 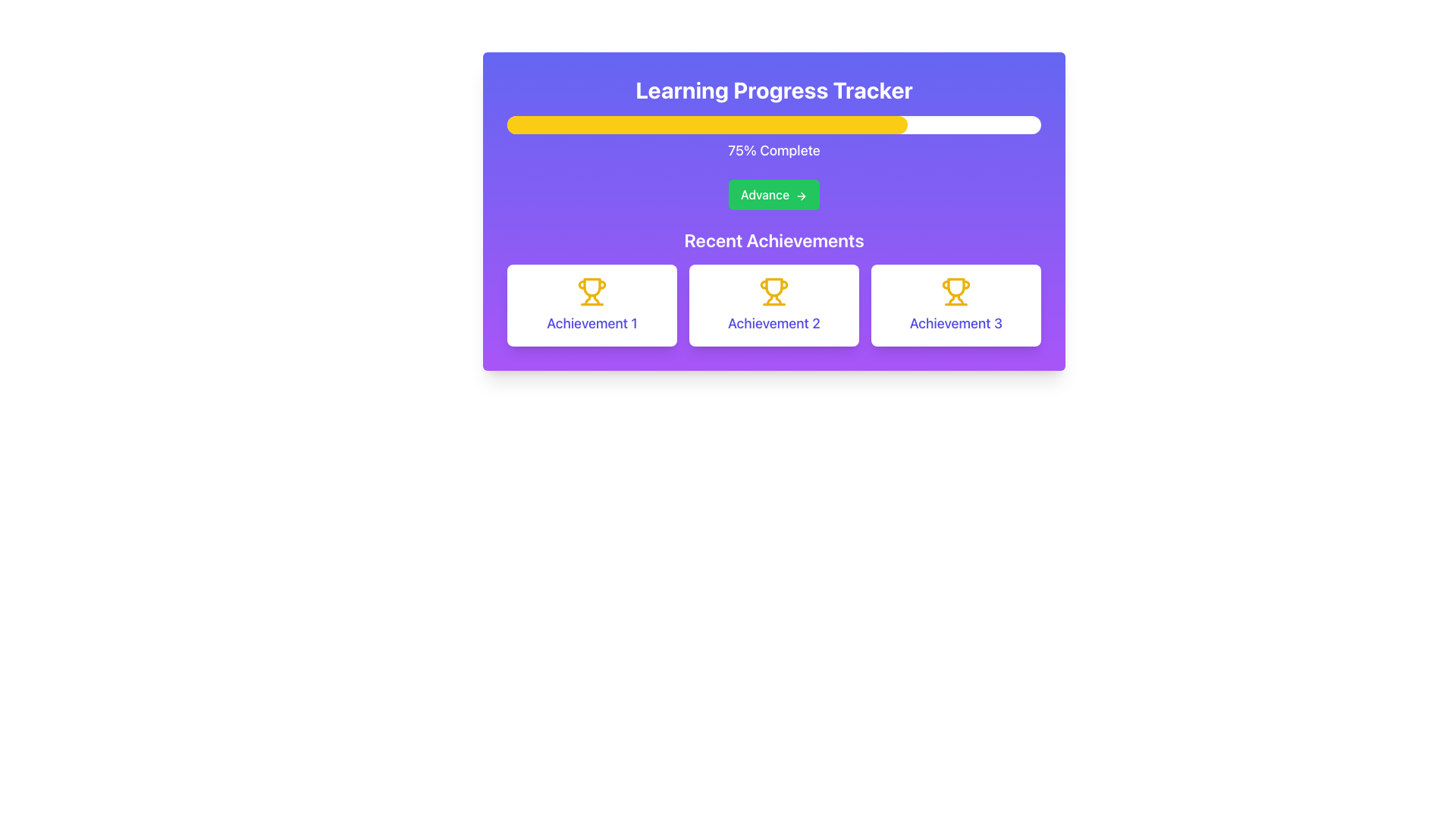 I want to click on the horizontal progress bar with a yellow progress indicator, located below the 'Learning Progress Tracker' title and above the 'Advance' button, which indicates '75% Complete', so click(x=774, y=124).